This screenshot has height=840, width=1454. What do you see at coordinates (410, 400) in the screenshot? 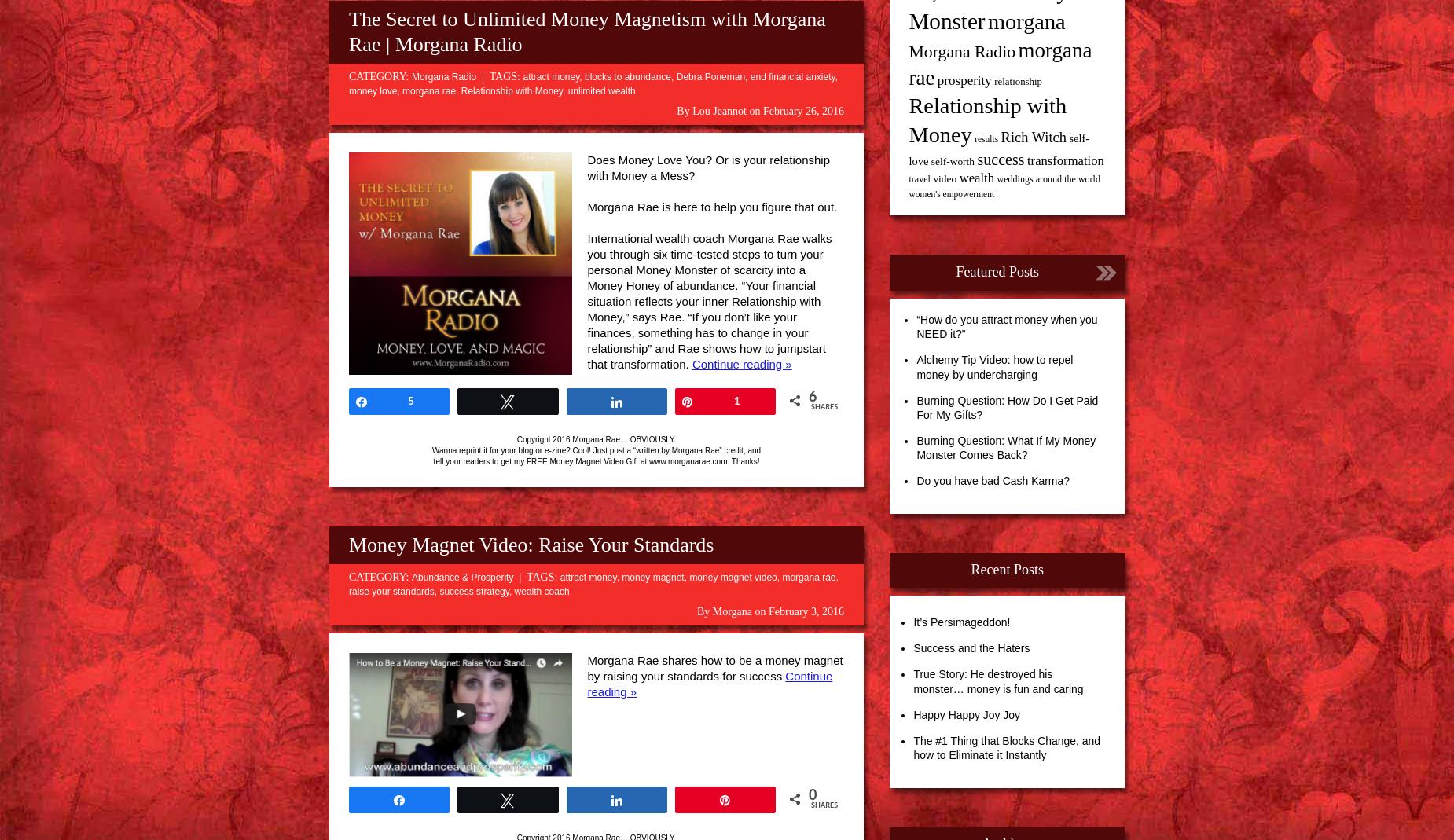
I see `'5'` at bounding box center [410, 400].